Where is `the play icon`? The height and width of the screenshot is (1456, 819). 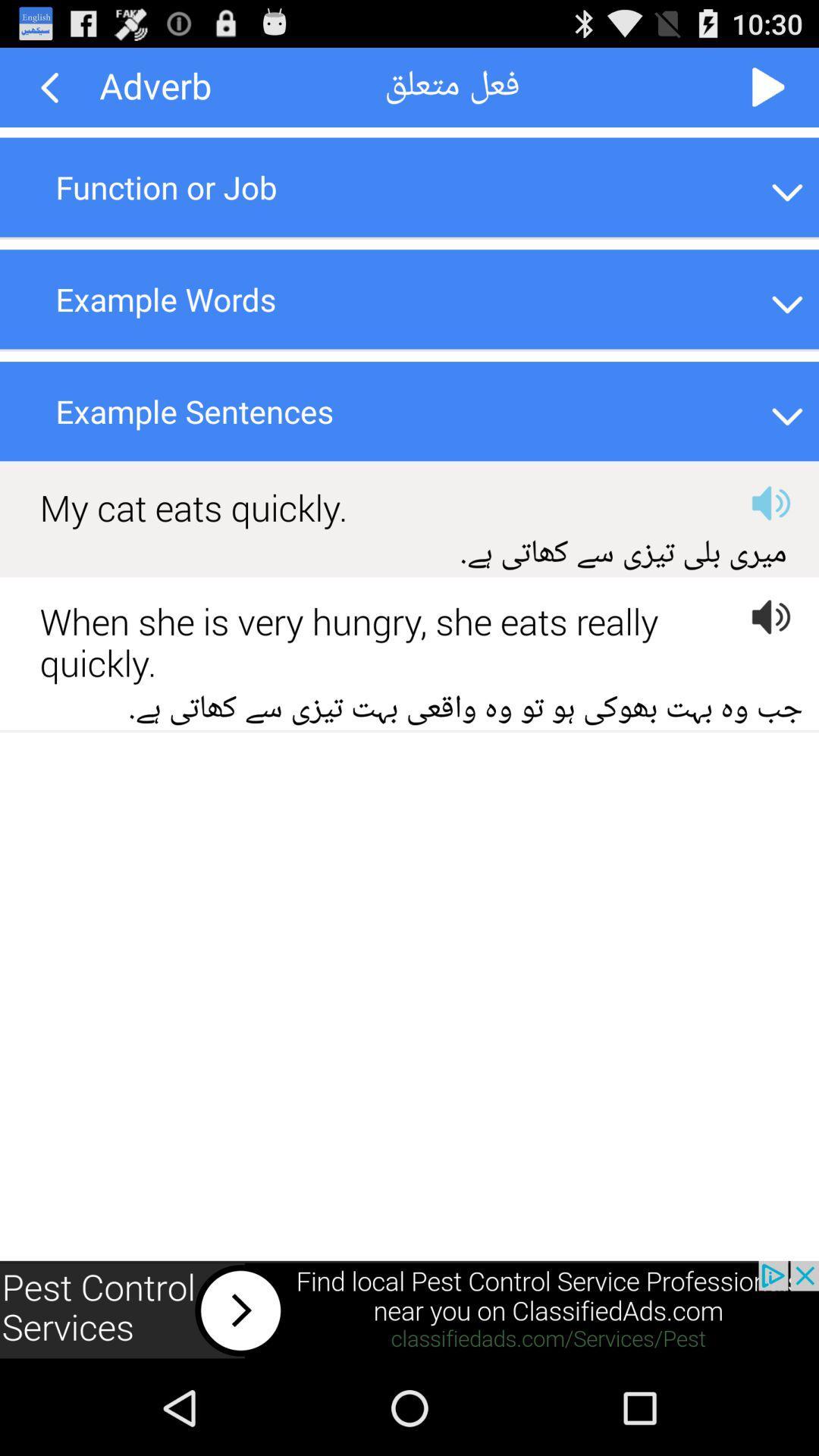
the play icon is located at coordinates (769, 93).